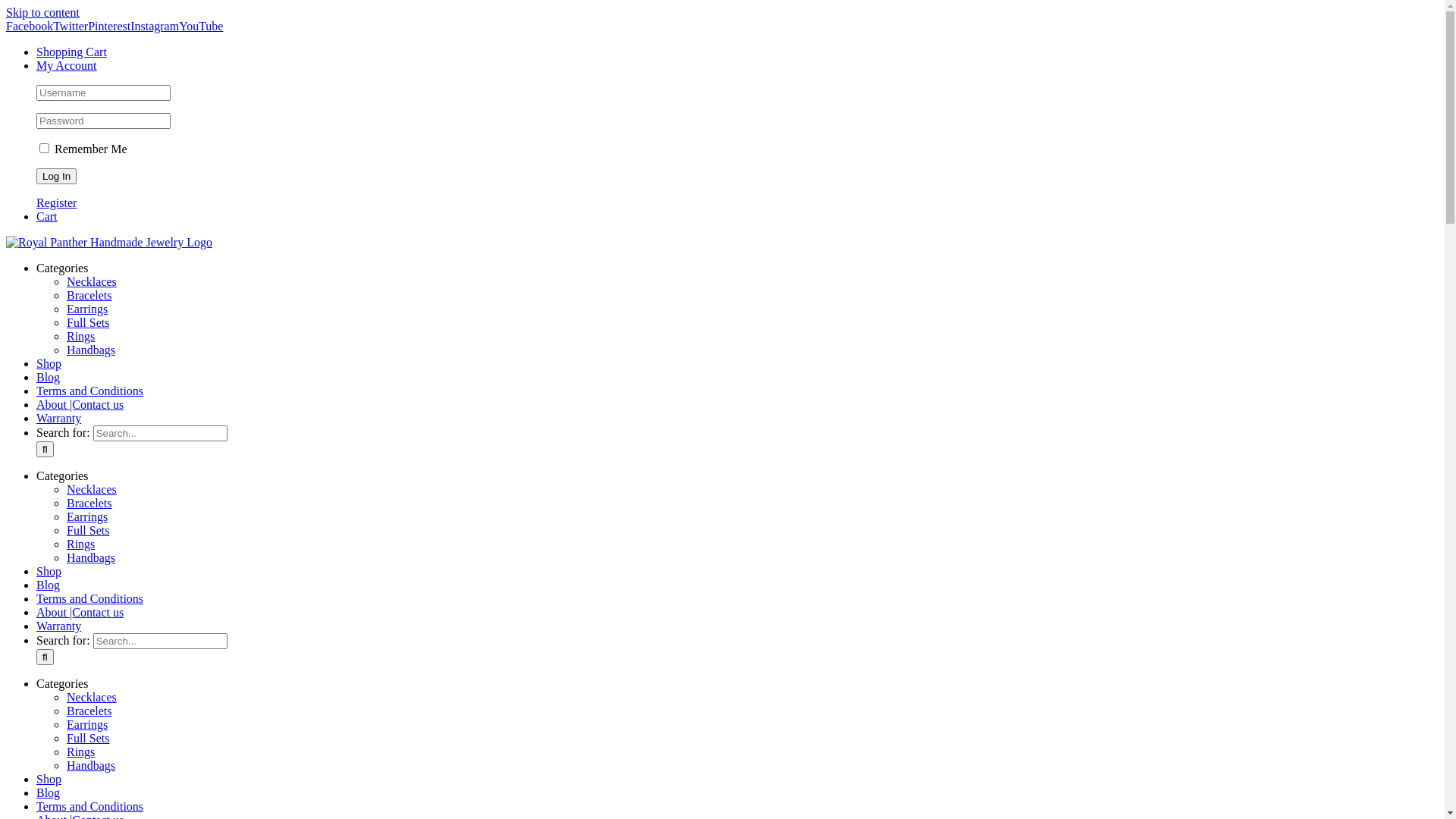 This screenshot has height=819, width=1456. What do you see at coordinates (86, 26) in the screenshot?
I see `'Pinterest'` at bounding box center [86, 26].